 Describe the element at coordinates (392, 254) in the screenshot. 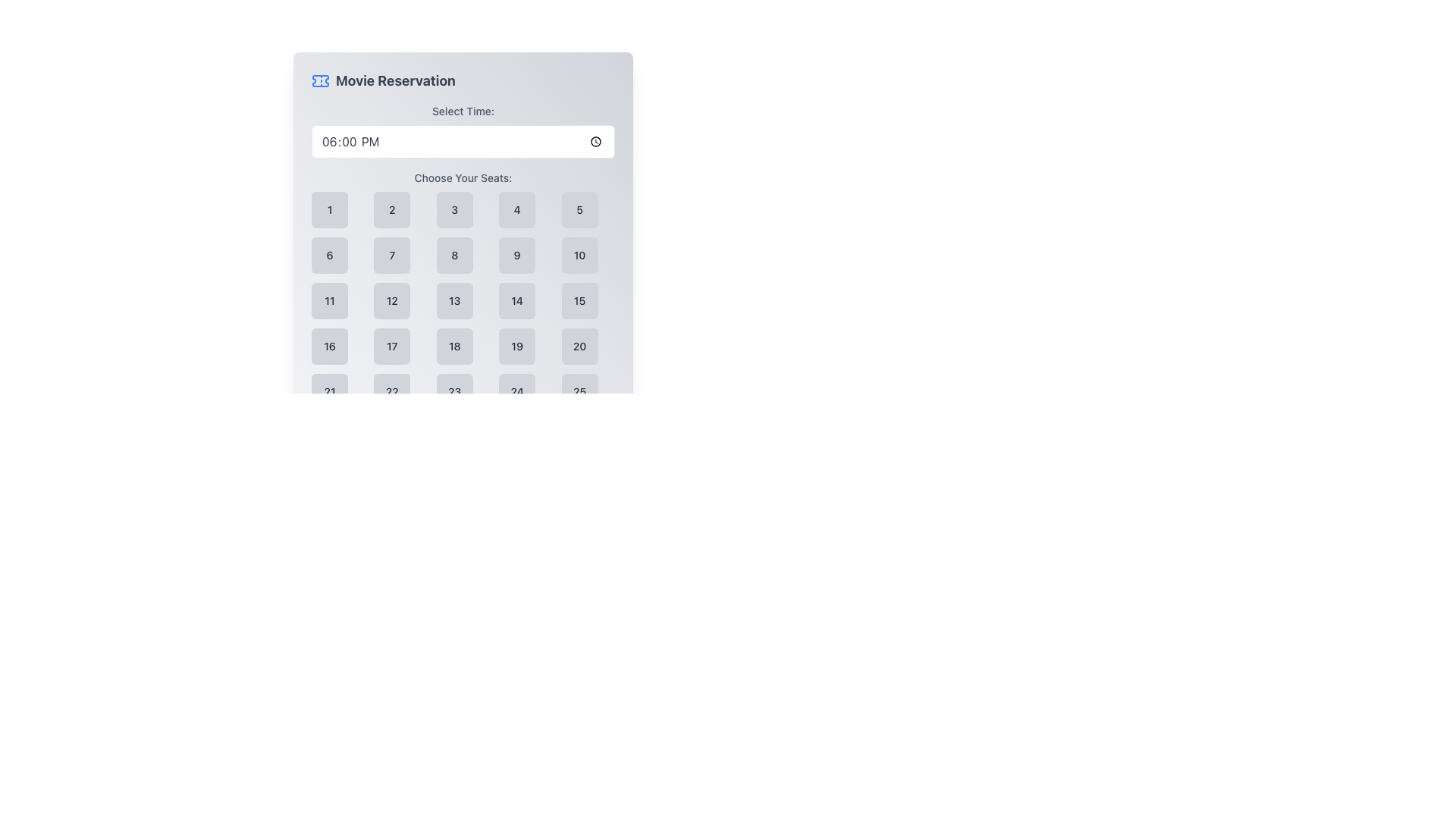

I see `the button representing the number '7' in the seat selection grid` at that location.